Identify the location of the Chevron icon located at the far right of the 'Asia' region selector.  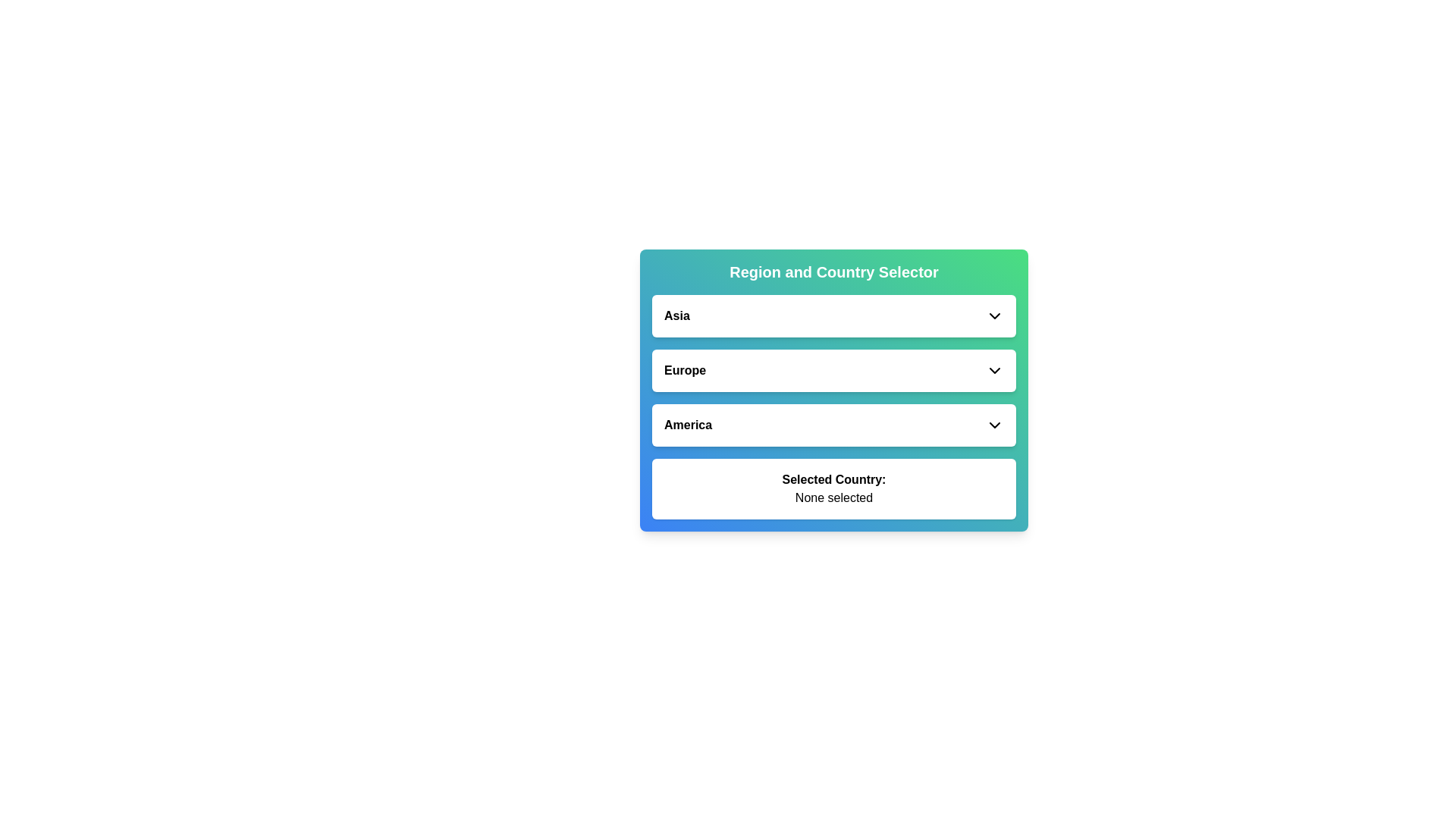
(994, 315).